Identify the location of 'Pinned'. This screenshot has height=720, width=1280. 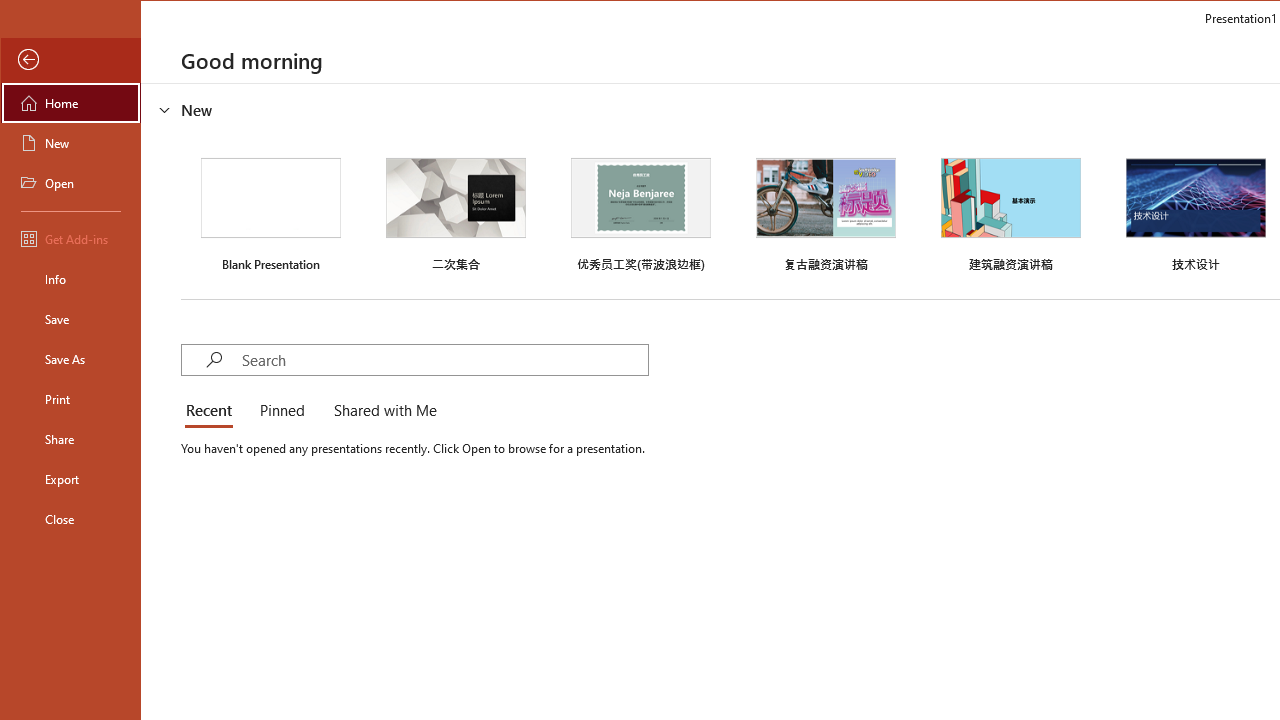
(280, 410).